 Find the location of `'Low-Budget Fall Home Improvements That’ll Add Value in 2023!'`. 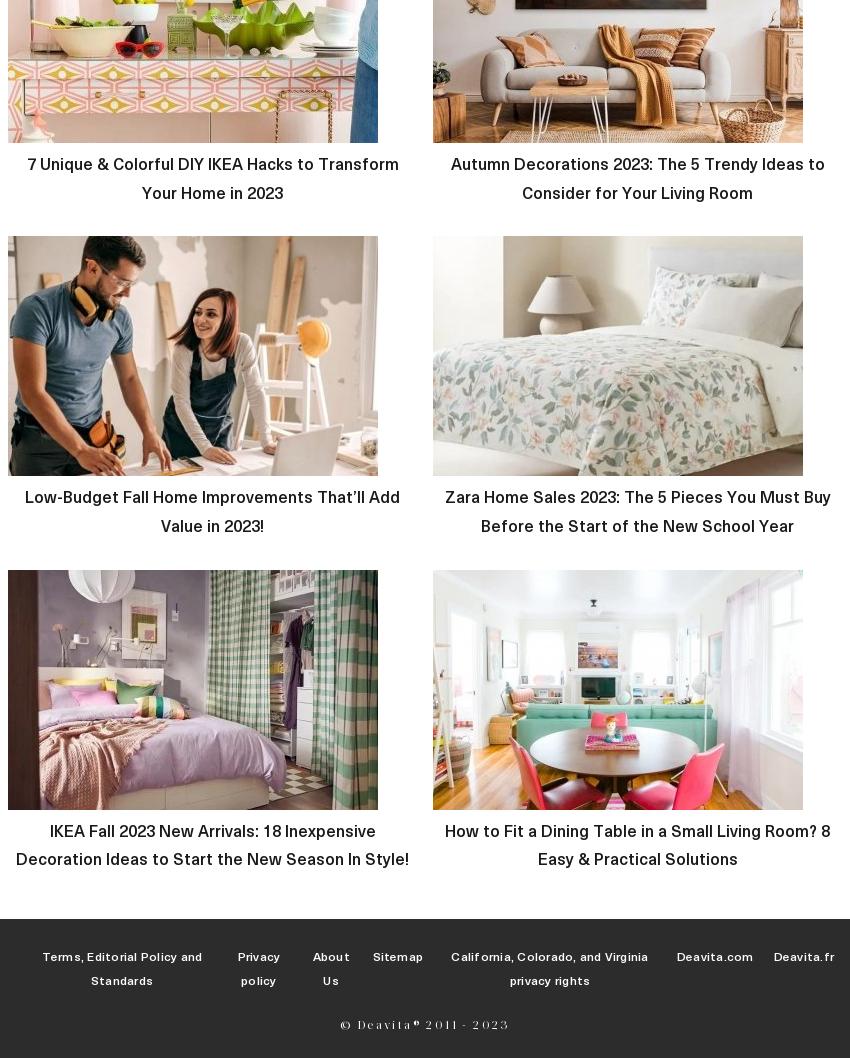

'Low-Budget Fall Home Improvements That’ll Add Value in 2023!' is located at coordinates (211, 510).